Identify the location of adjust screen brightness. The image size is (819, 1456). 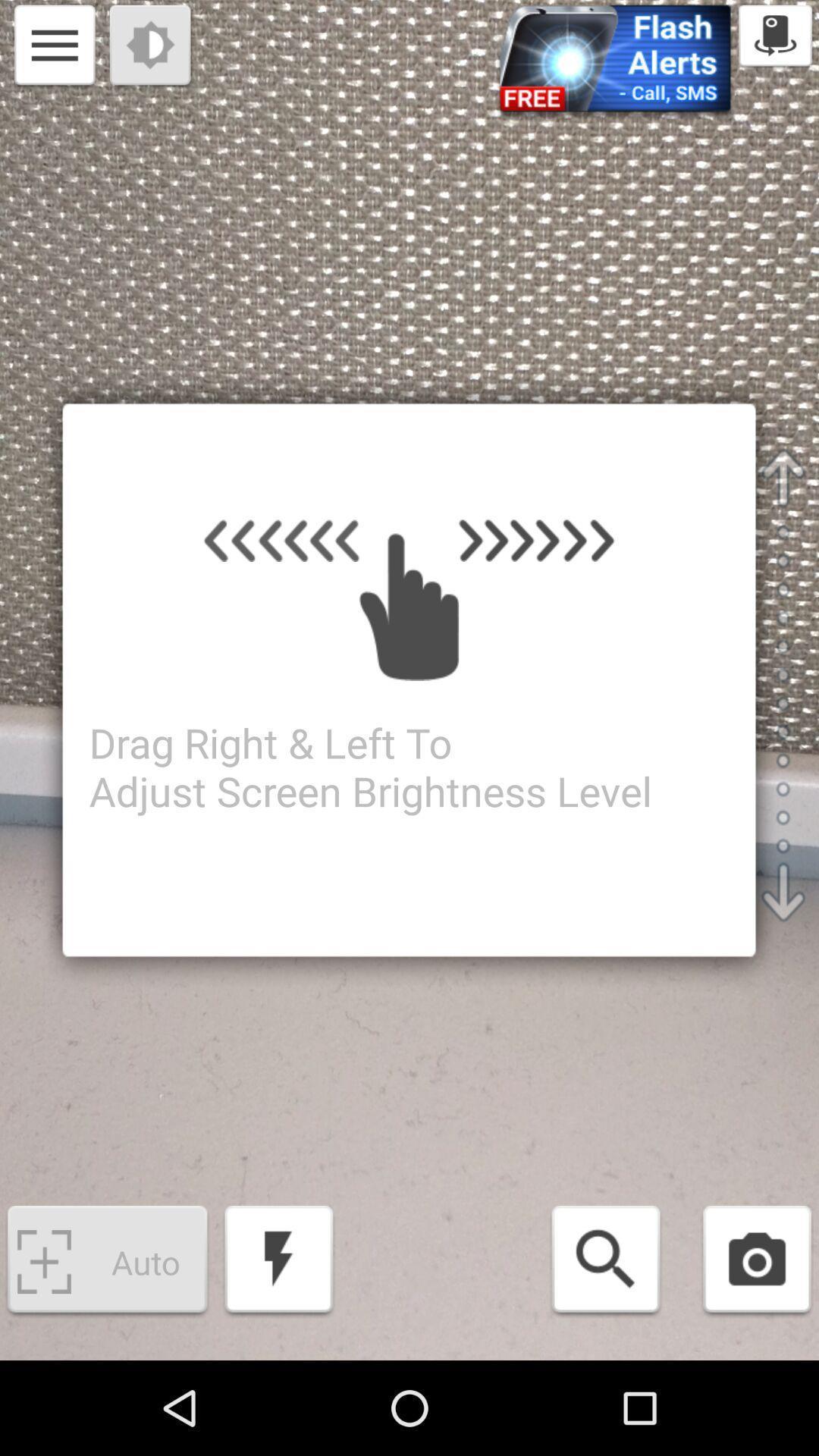
(152, 47).